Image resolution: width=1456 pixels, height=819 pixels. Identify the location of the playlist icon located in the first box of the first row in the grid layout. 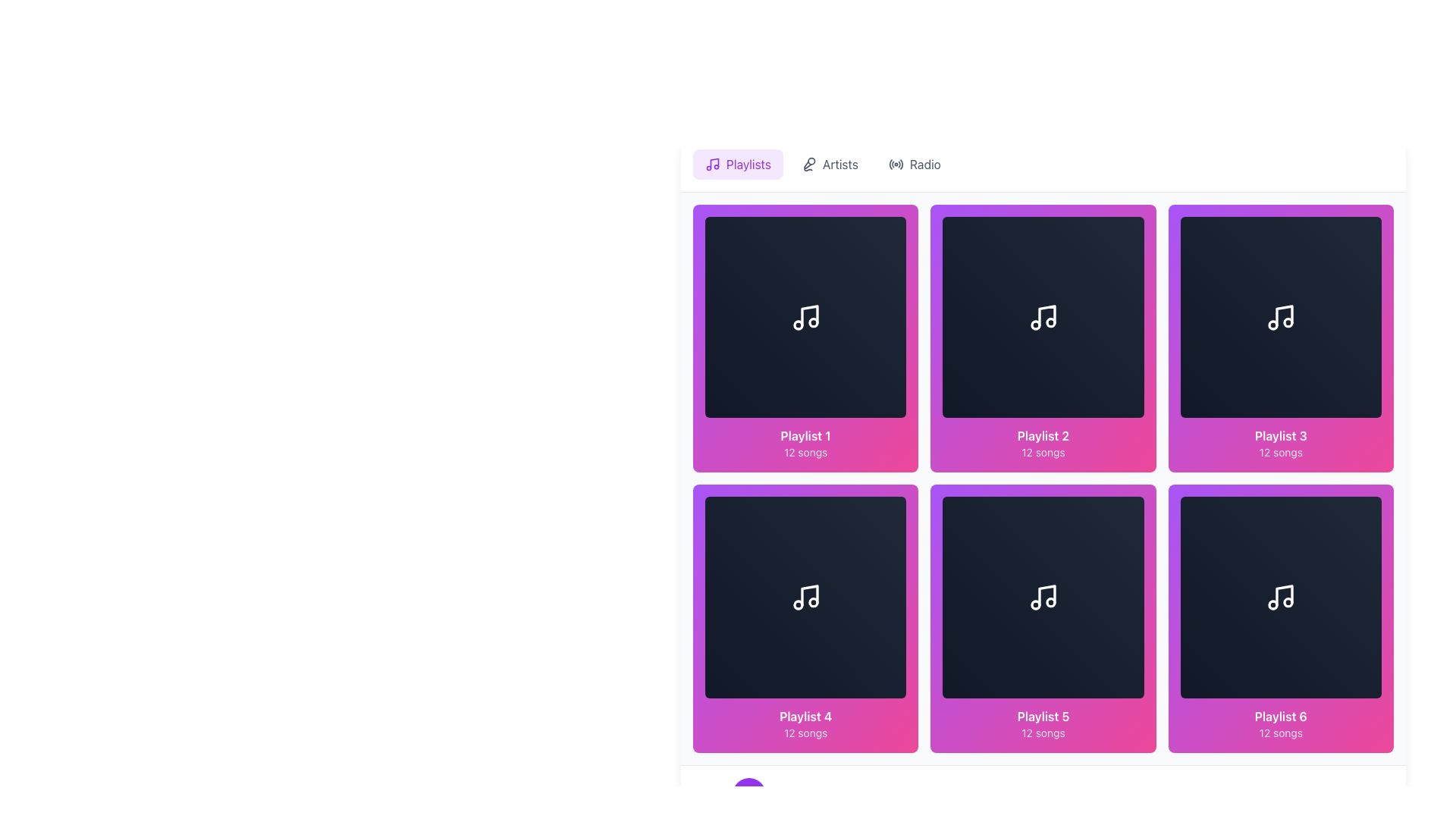
(805, 316).